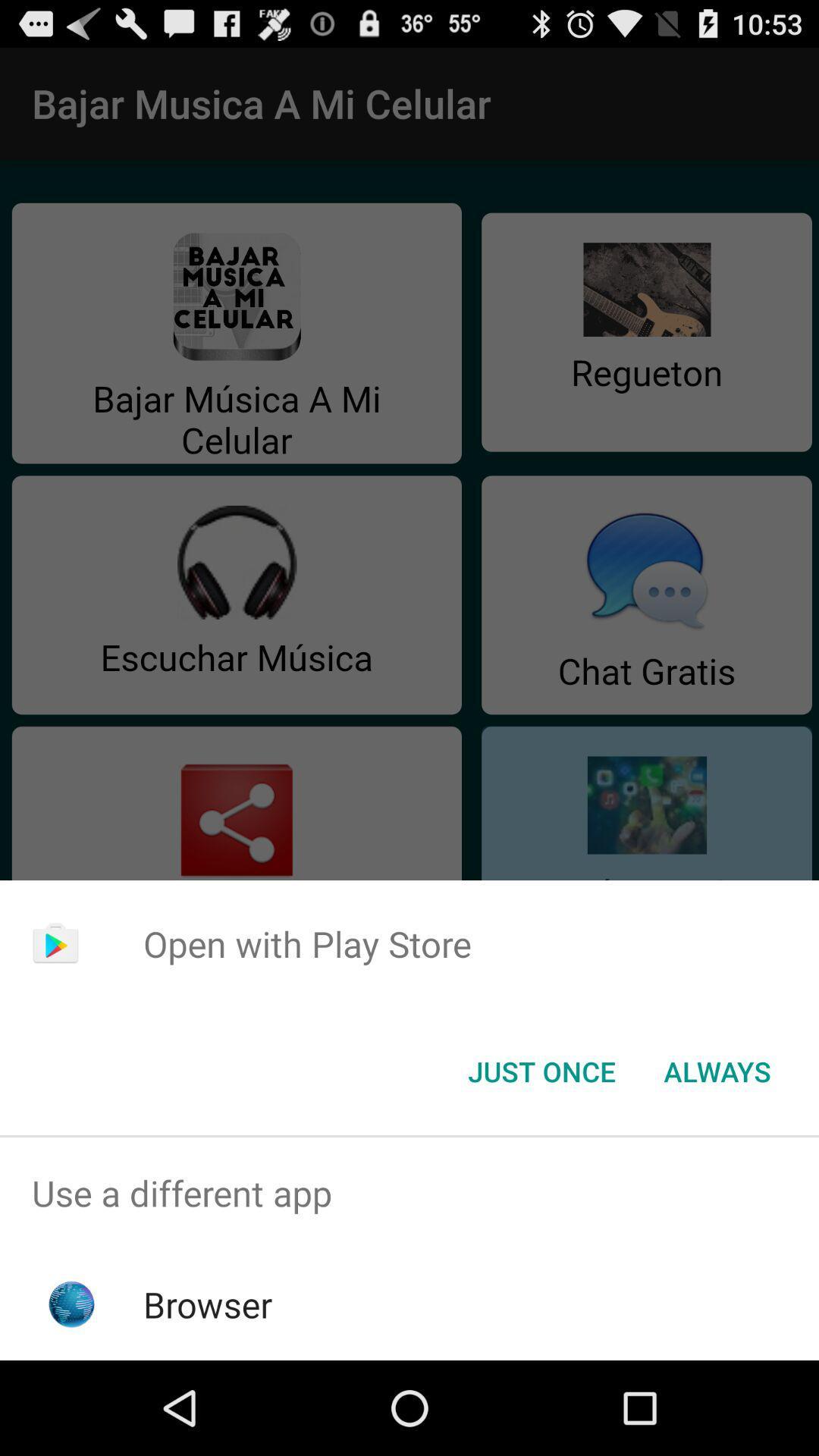 The image size is (819, 1456). What do you see at coordinates (541, 1070) in the screenshot?
I see `the just once button` at bounding box center [541, 1070].